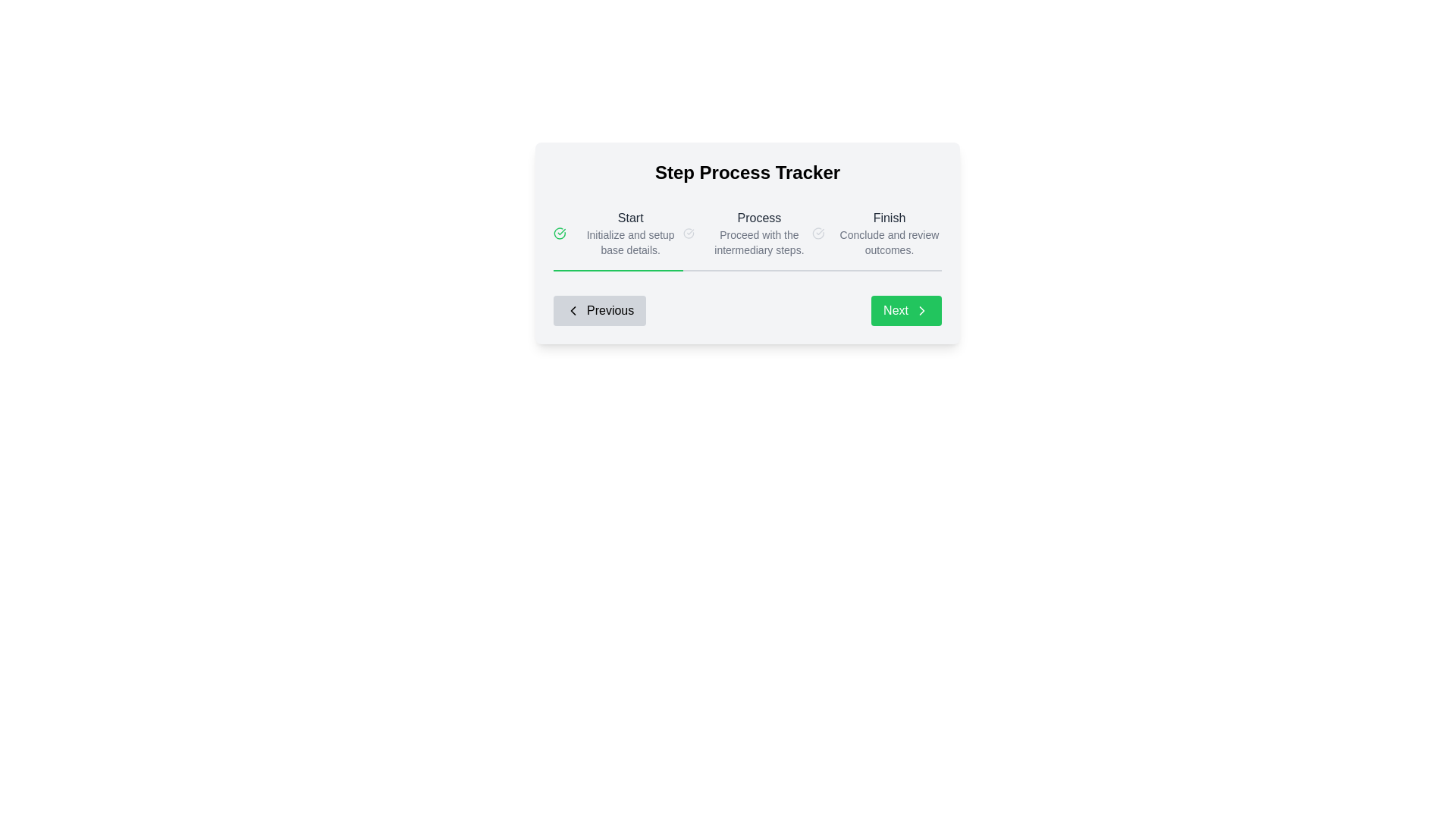 Image resolution: width=1456 pixels, height=819 pixels. Describe the element at coordinates (889, 218) in the screenshot. I see `the text label reading 'Finish' in the step tracker interface, which is styled in a medium weight font and dark gray color, positioned above 'Conclude and review outcomes.'` at that location.